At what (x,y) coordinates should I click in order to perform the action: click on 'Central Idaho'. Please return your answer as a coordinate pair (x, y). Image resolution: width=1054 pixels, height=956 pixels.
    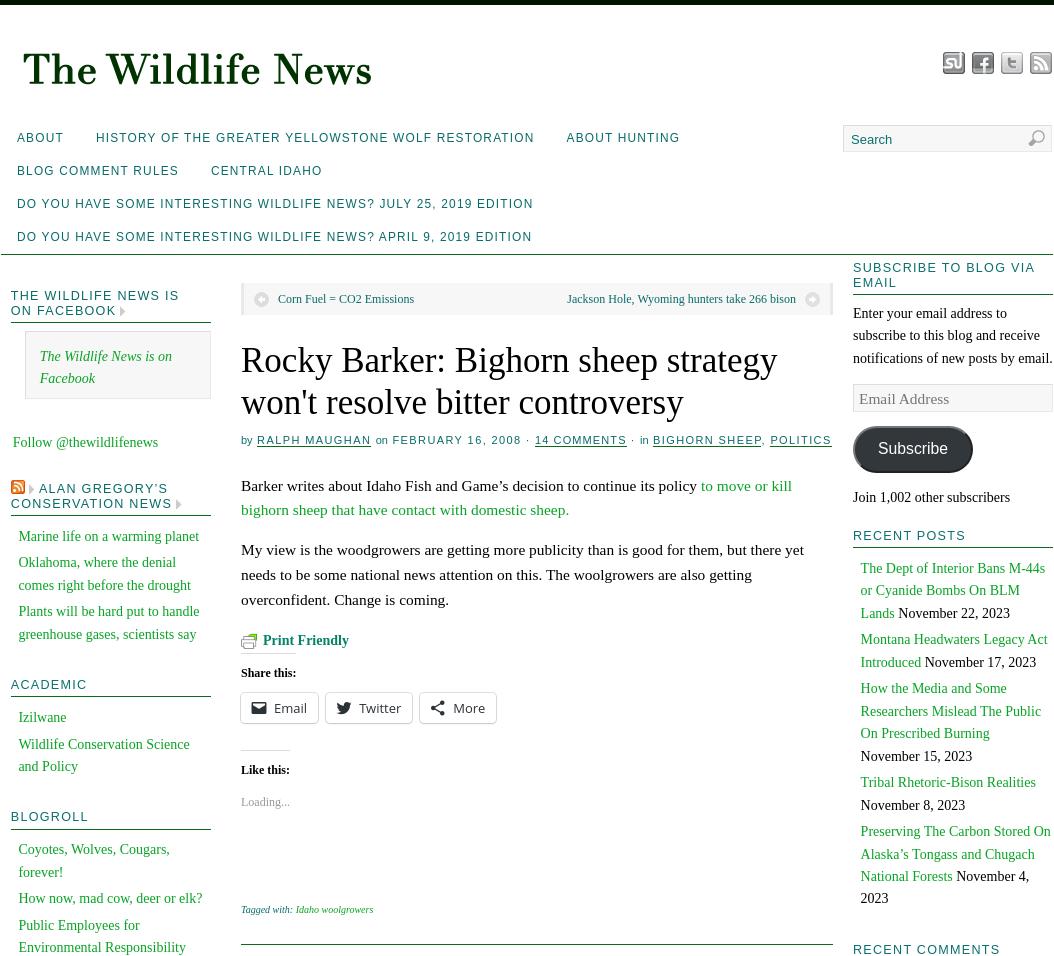
    Looking at the image, I should click on (265, 171).